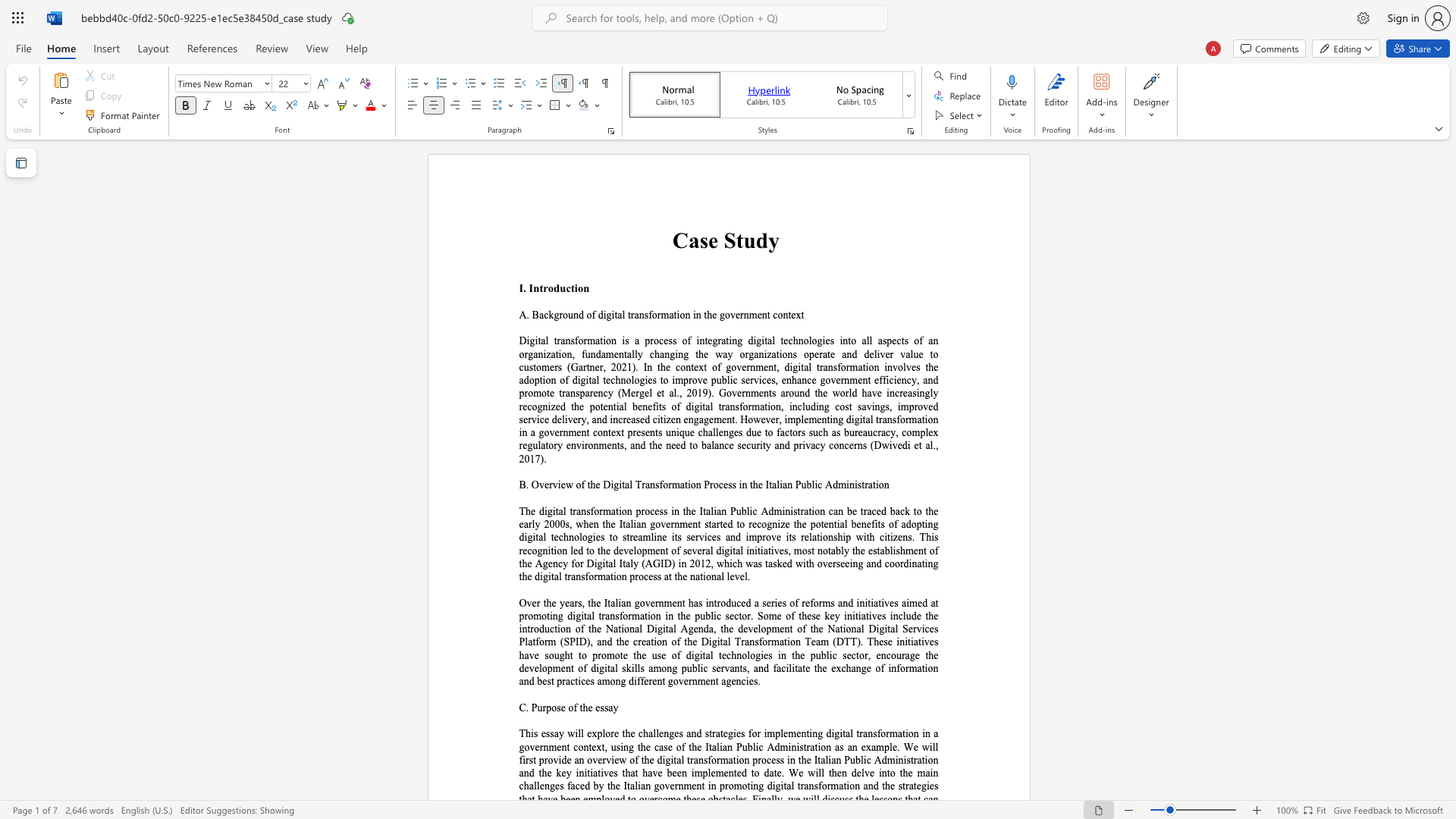 This screenshot has height=819, width=1456. Describe the element at coordinates (610, 511) in the screenshot. I see `the subset text "ation process in the Italian Public Administration can be traced back to the early 2000s, when the Italian government started to recognize the potential benefits of adopting digital technologies to streamline its services and improve its relationship with citizens. This recognition led to the development of several digital initiatives, most notably the establishment o" within the text "The digital transformation process in the Italian Public Administration can be traced back to the early 2000s, when the Italian government started to recognize the potential benefits of adopting digital technologies to streamline its services and improve its relationship with citizens. This recognition led to the development of several digital initiatives, most notably the establishment of the Agency for Digital Italy (AGID) in 2012, which was tasked with overseeing and coordinating the digital transformati"` at that location.